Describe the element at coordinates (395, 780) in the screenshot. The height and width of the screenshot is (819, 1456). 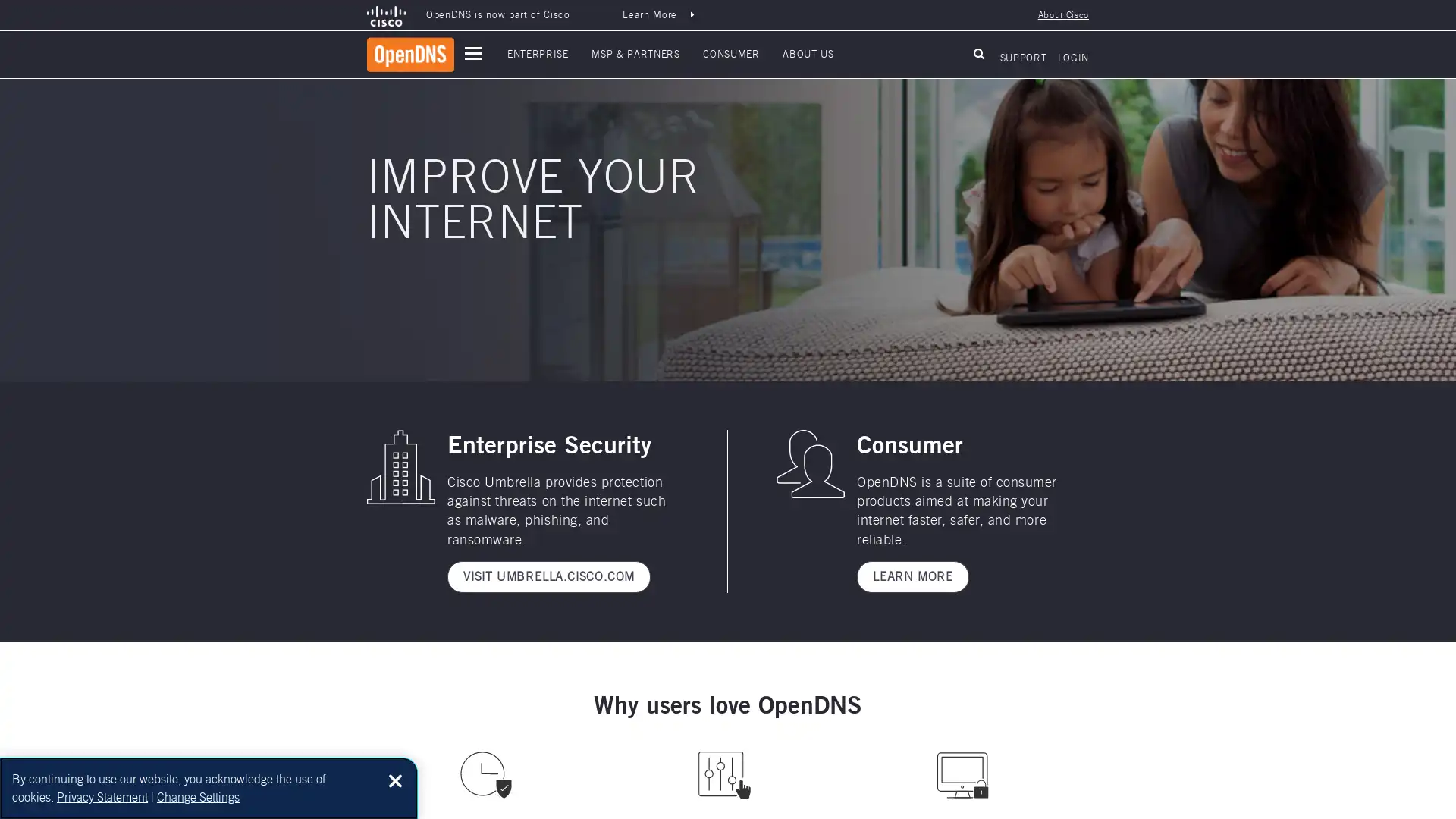
I see `Close` at that location.